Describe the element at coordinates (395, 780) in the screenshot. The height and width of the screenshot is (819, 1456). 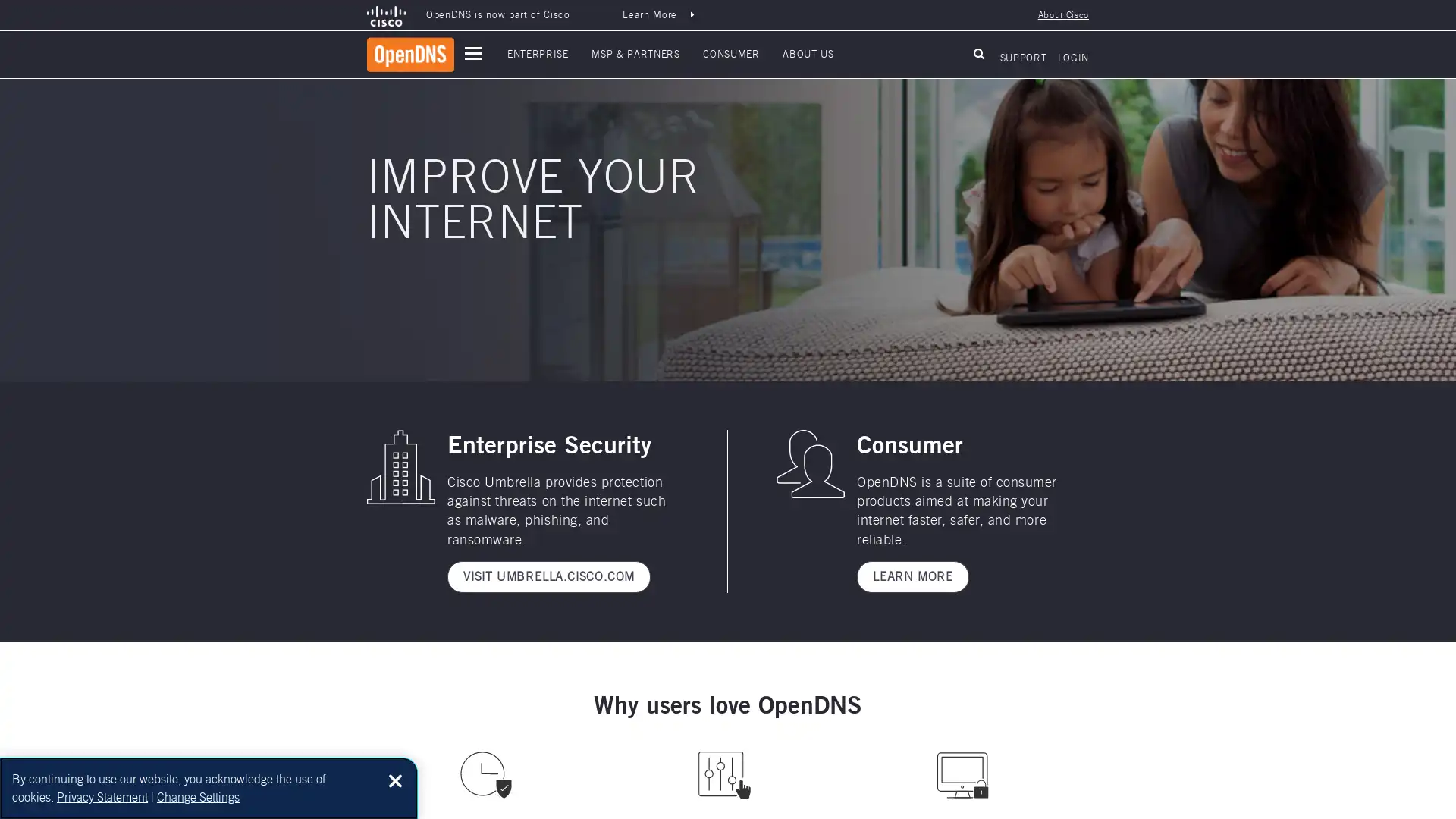
I see `Close` at that location.